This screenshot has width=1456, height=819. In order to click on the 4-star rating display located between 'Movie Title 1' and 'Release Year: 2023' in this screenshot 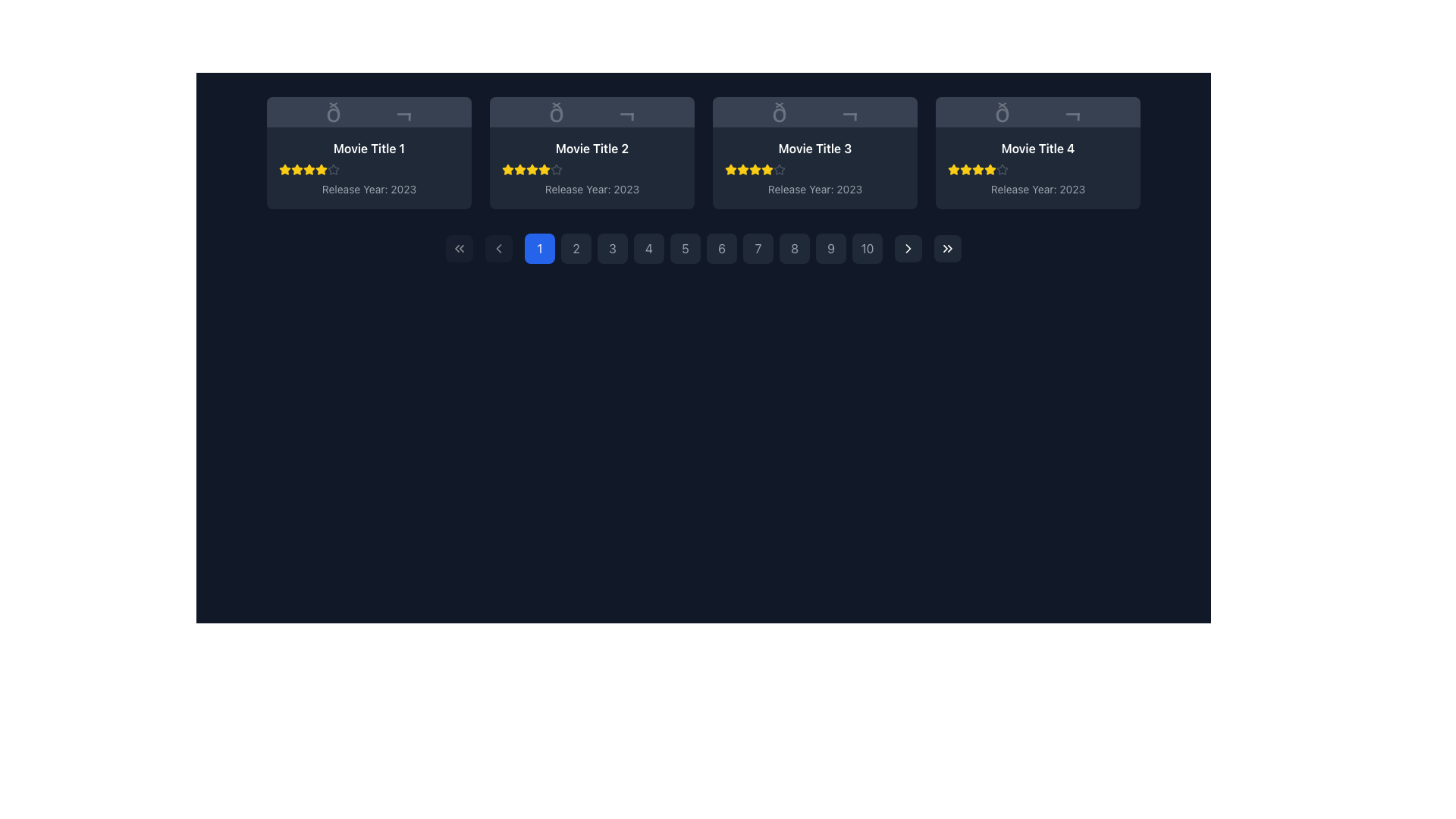, I will do `click(369, 169)`.